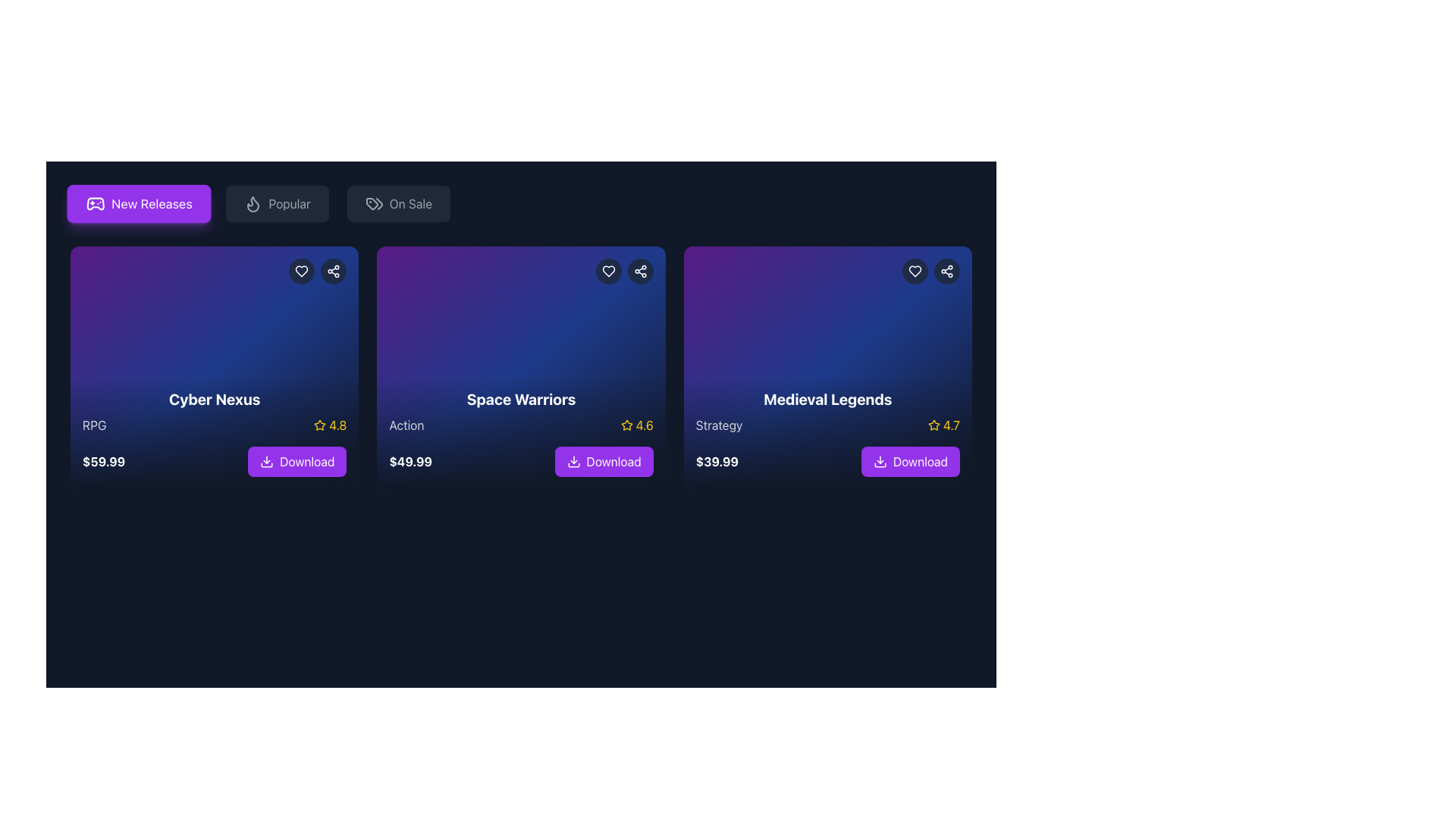 The height and width of the screenshot is (819, 1456). Describe the element at coordinates (640, 271) in the screenshot. I see `the share icon button located in the top-right corner of the second card` at that location.